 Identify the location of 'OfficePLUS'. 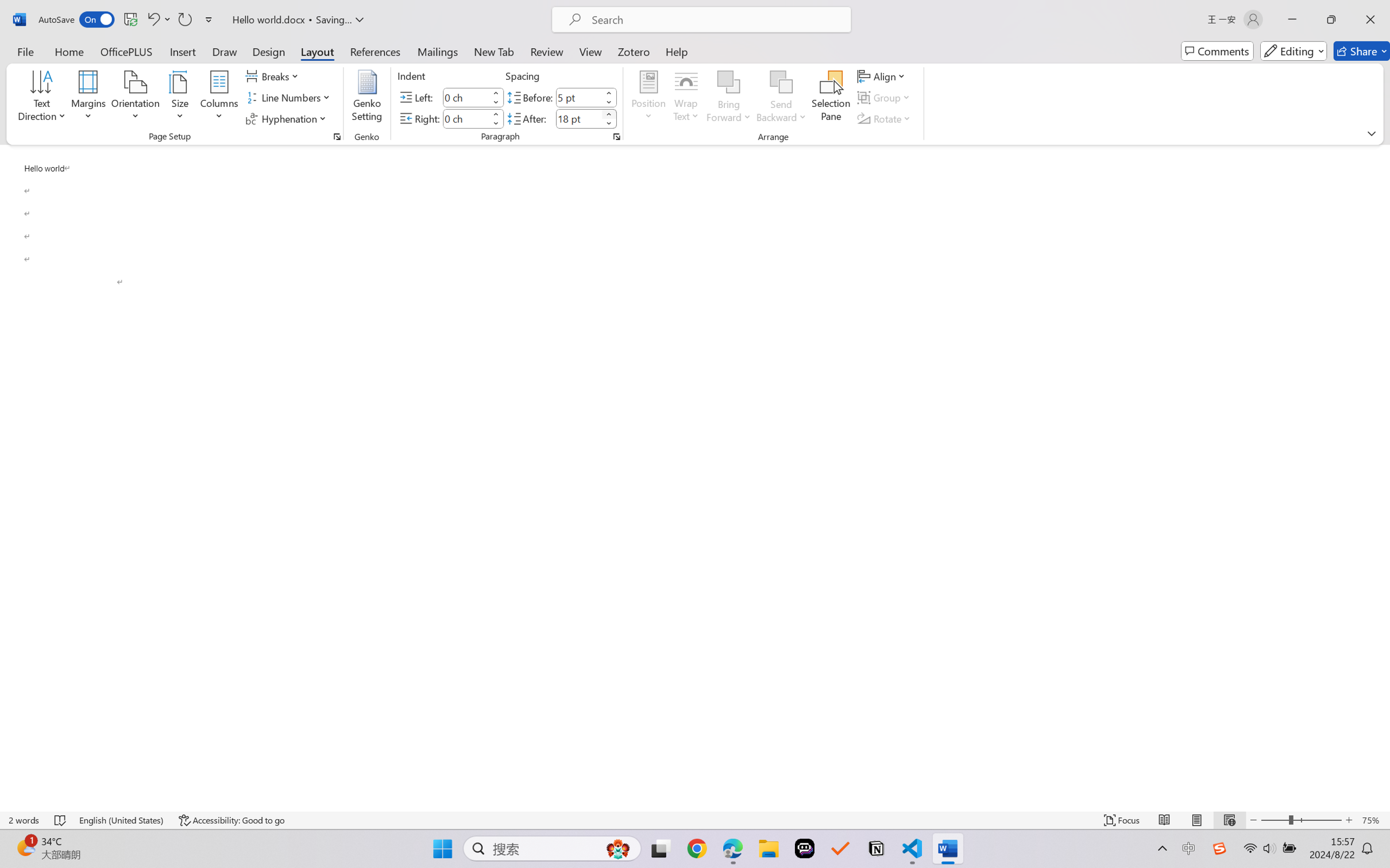
(125, 51).